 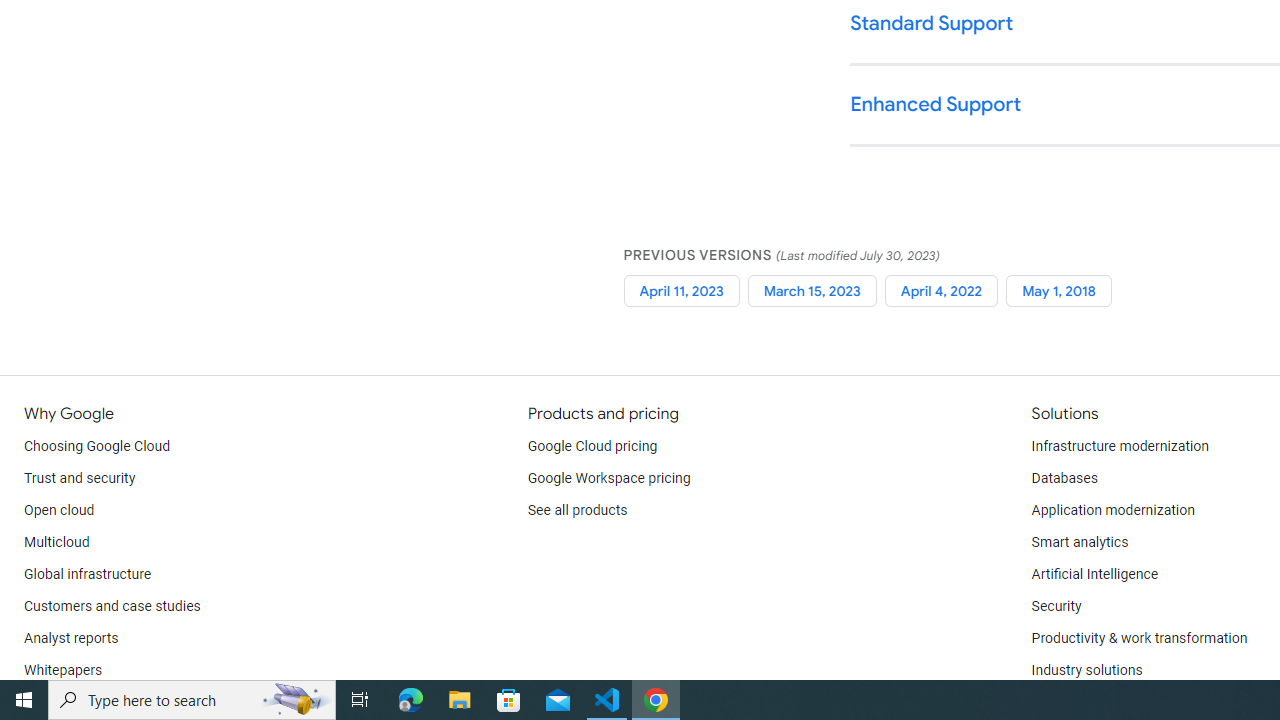 I want to click on 'Databases', so click(x=1063, y=479).